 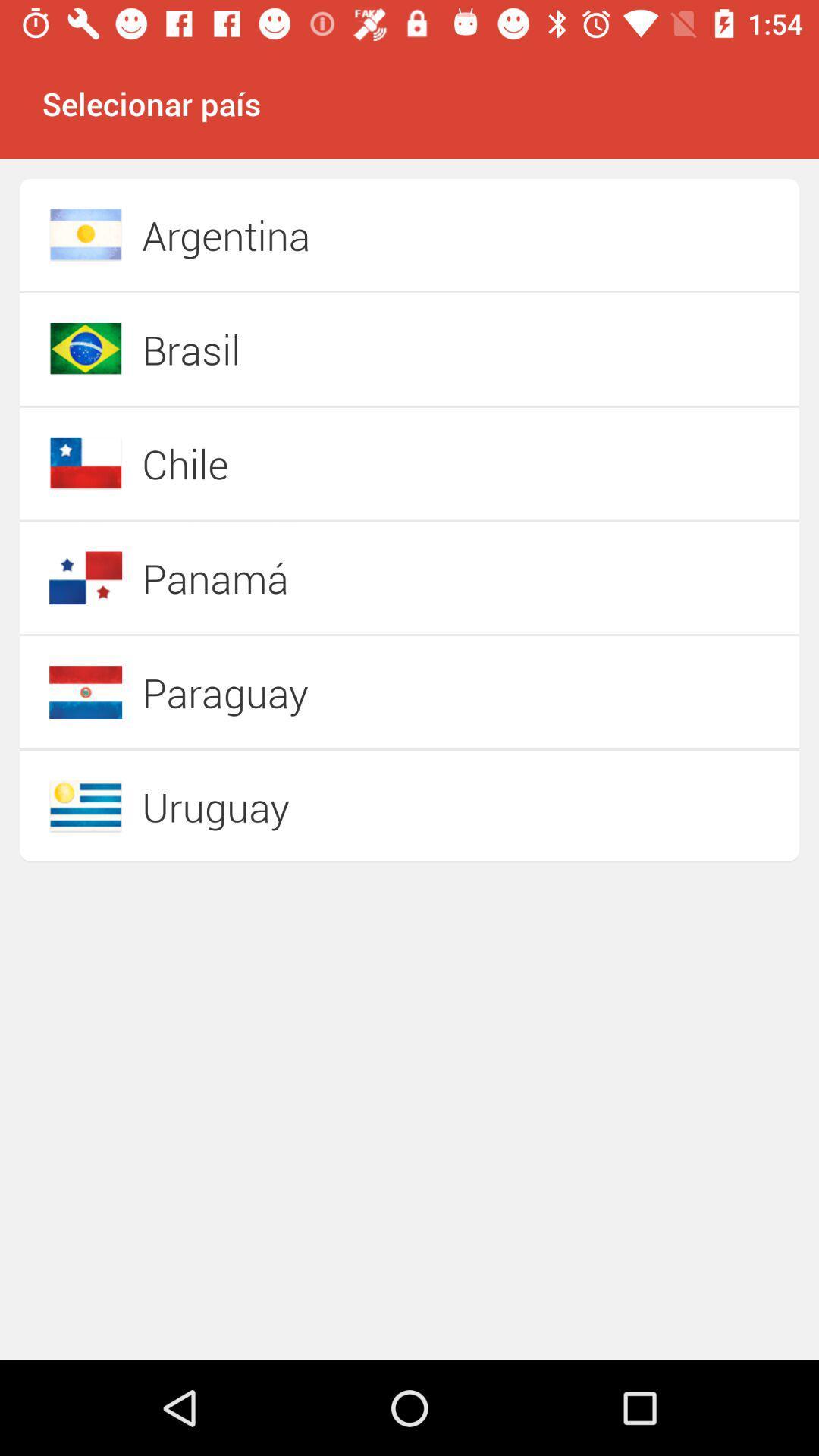 What do you see at coordinates (356, 348) in the screenshot?
I see `item above chile item` at bounding box center [356, 348].